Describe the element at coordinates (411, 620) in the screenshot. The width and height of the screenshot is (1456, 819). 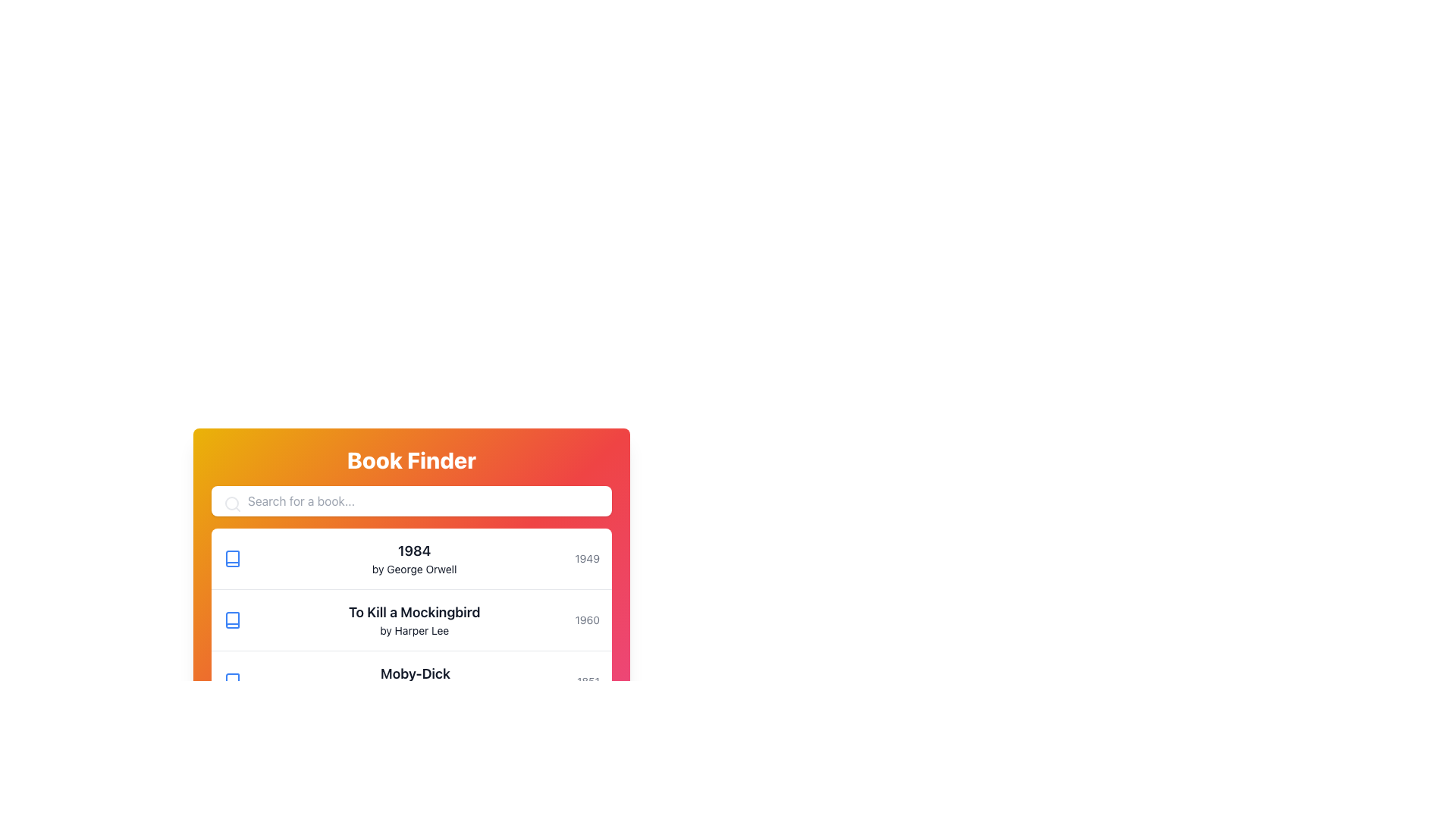
I see `the list item representing the book 'To Kill a Mockingbird'` at that location.